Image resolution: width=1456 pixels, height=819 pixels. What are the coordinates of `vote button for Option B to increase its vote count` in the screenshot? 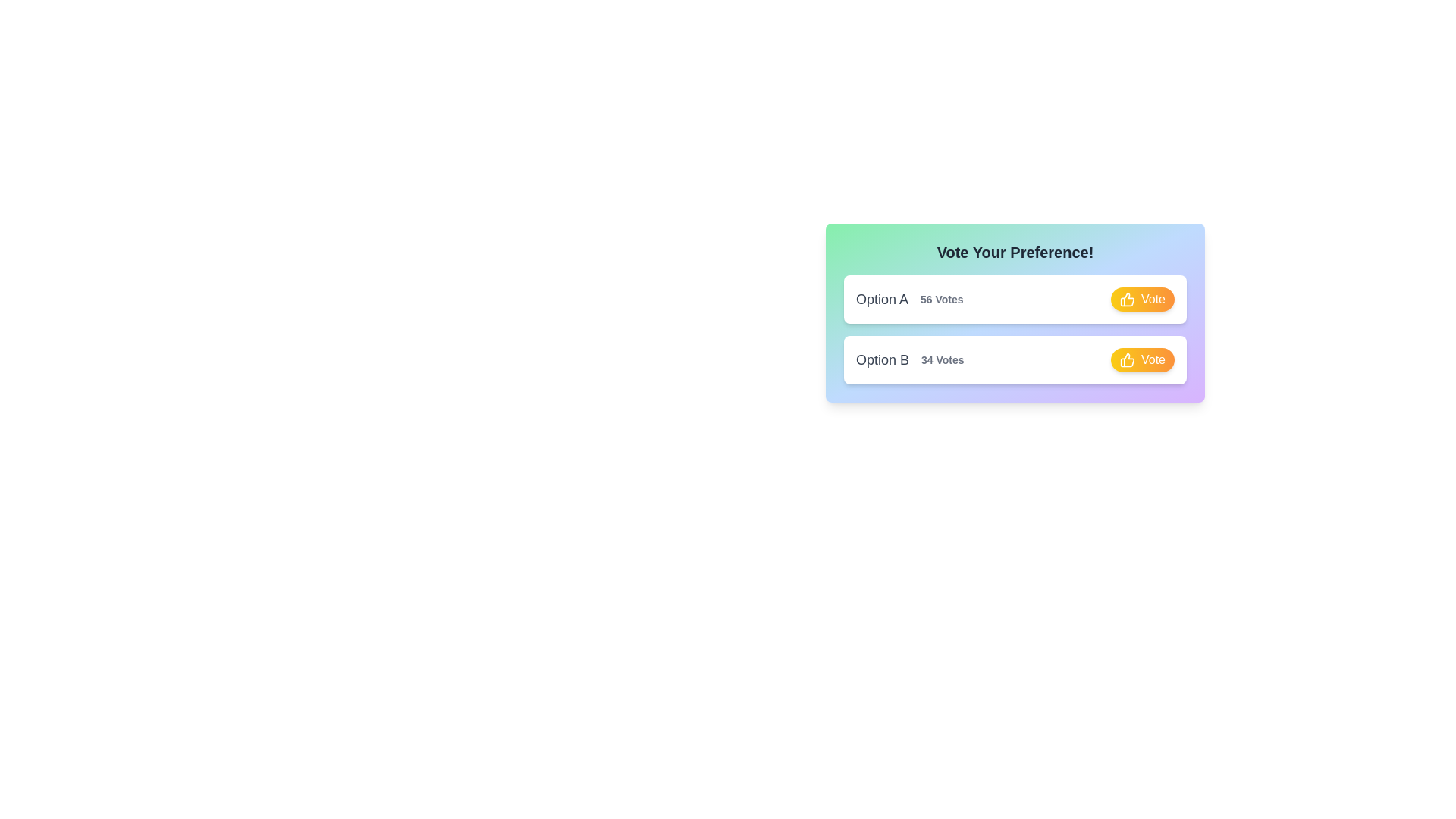 It's located at (1143, 359).